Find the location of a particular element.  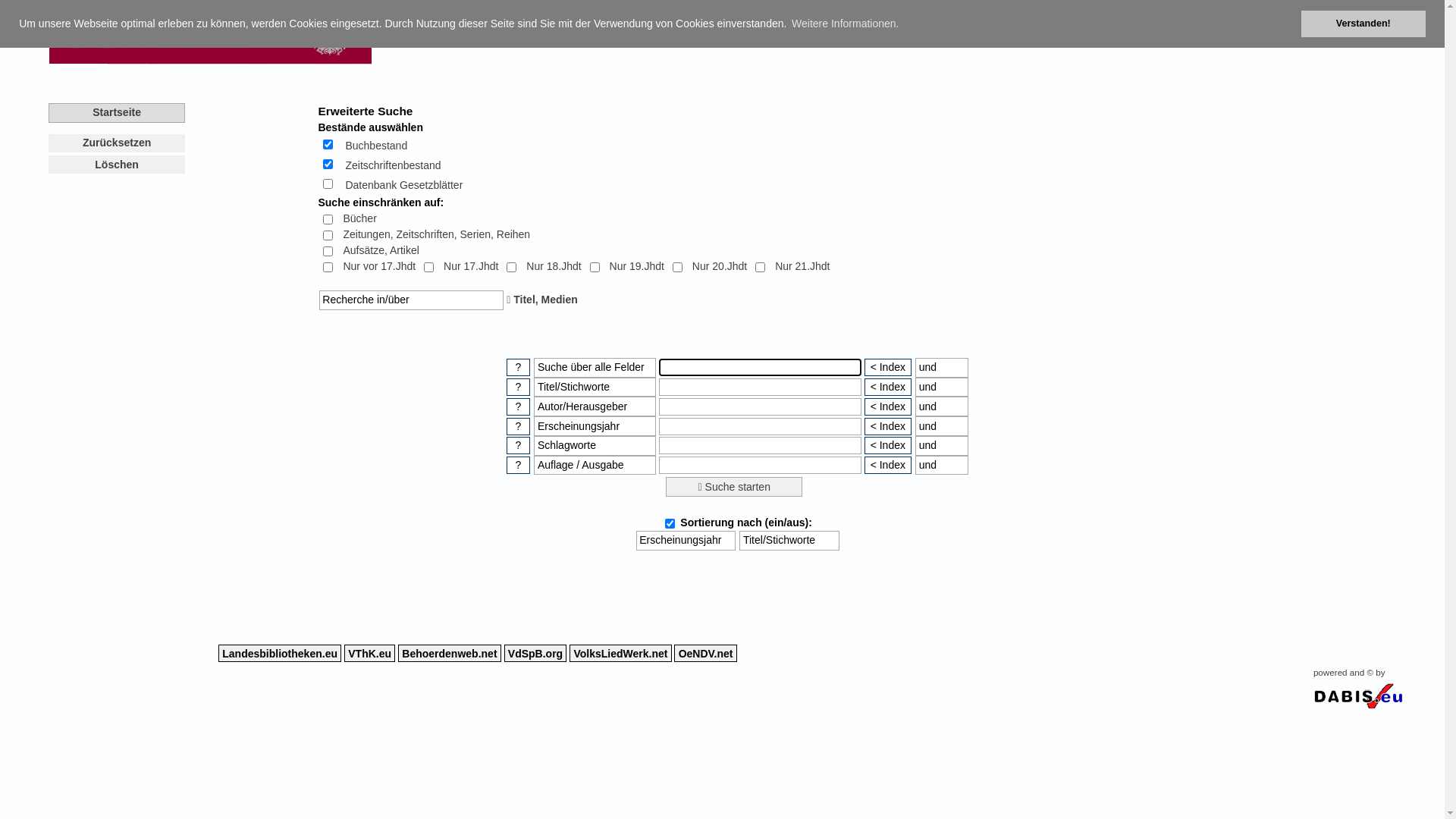

'Verstanden!' is located at coordinates (1363, 24).